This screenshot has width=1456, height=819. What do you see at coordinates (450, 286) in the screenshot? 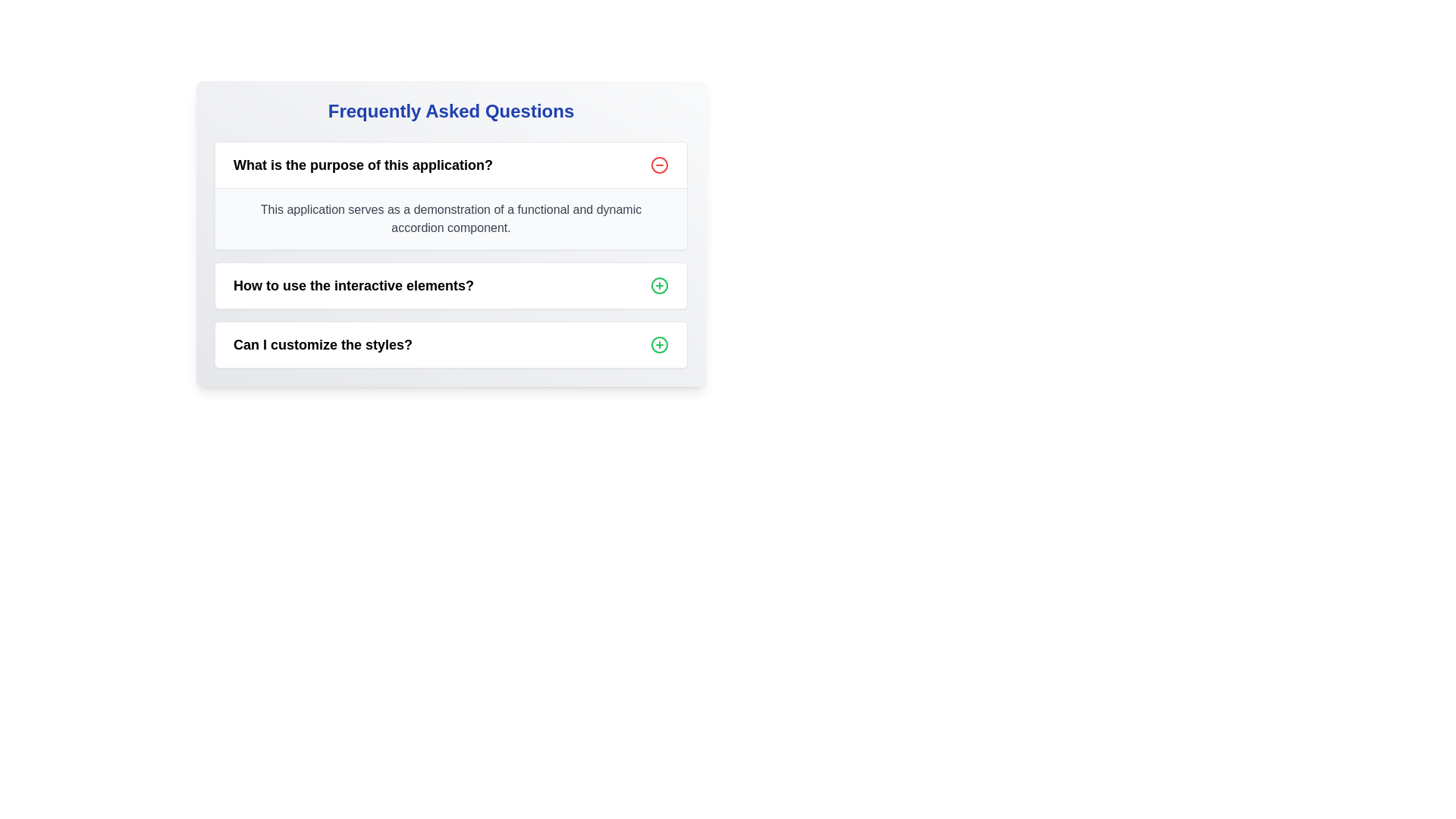
I see `the second item in the FAQ list` at bounding box center [450, 286].